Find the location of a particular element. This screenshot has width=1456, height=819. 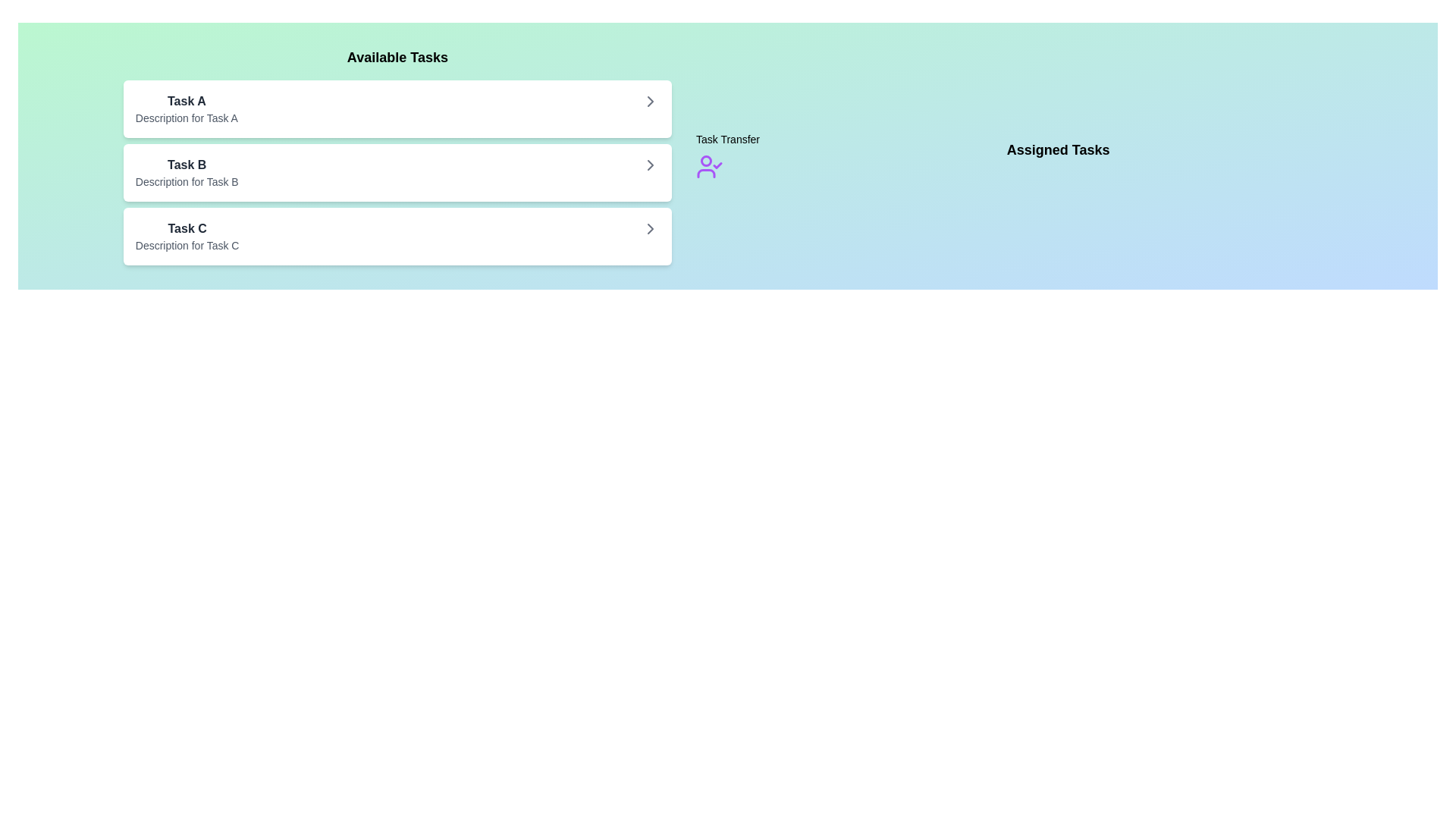

the task item Task C in the list is located at coordinates (397, 237).